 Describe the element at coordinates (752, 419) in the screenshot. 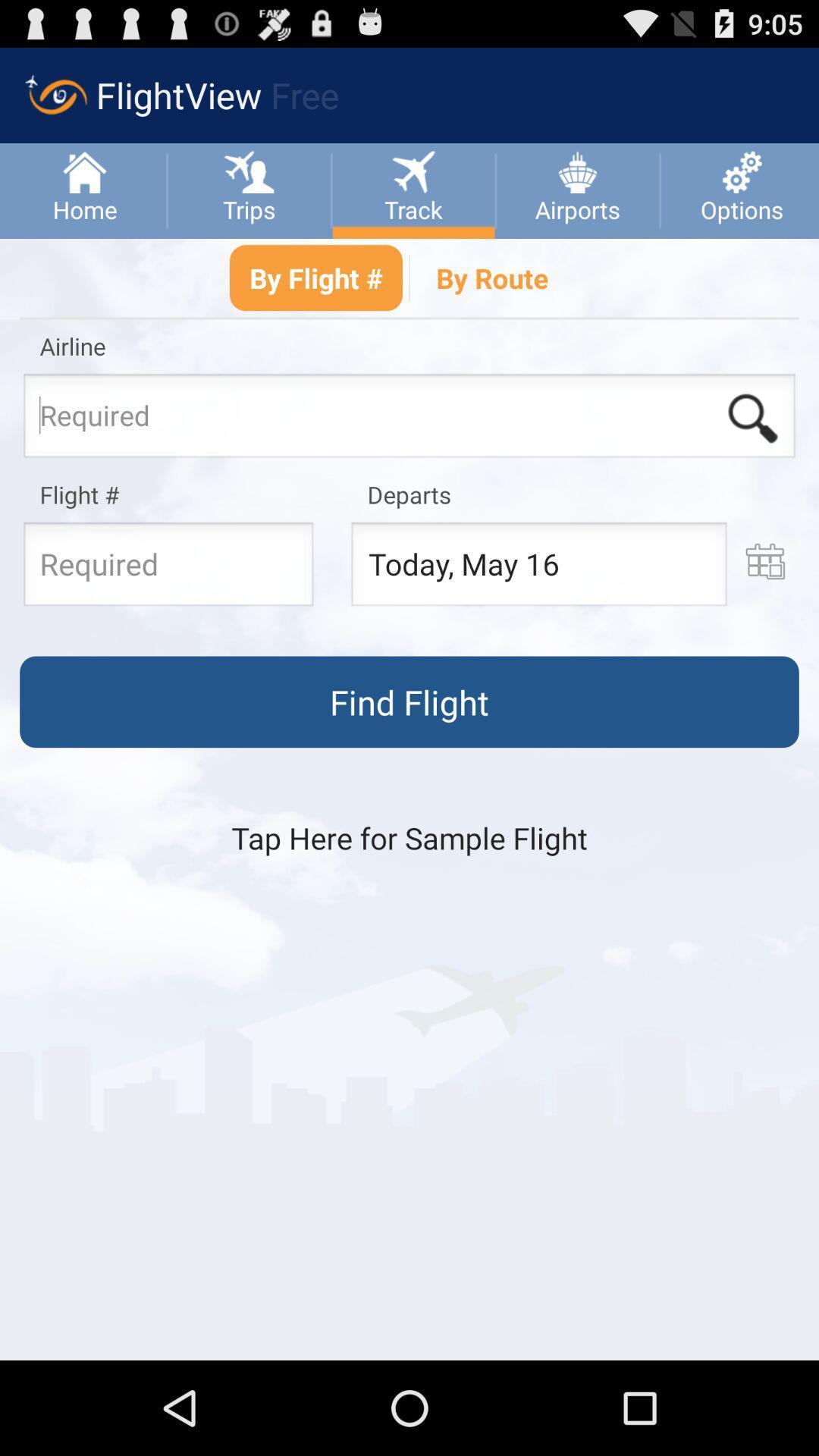

I see `search` at that location.